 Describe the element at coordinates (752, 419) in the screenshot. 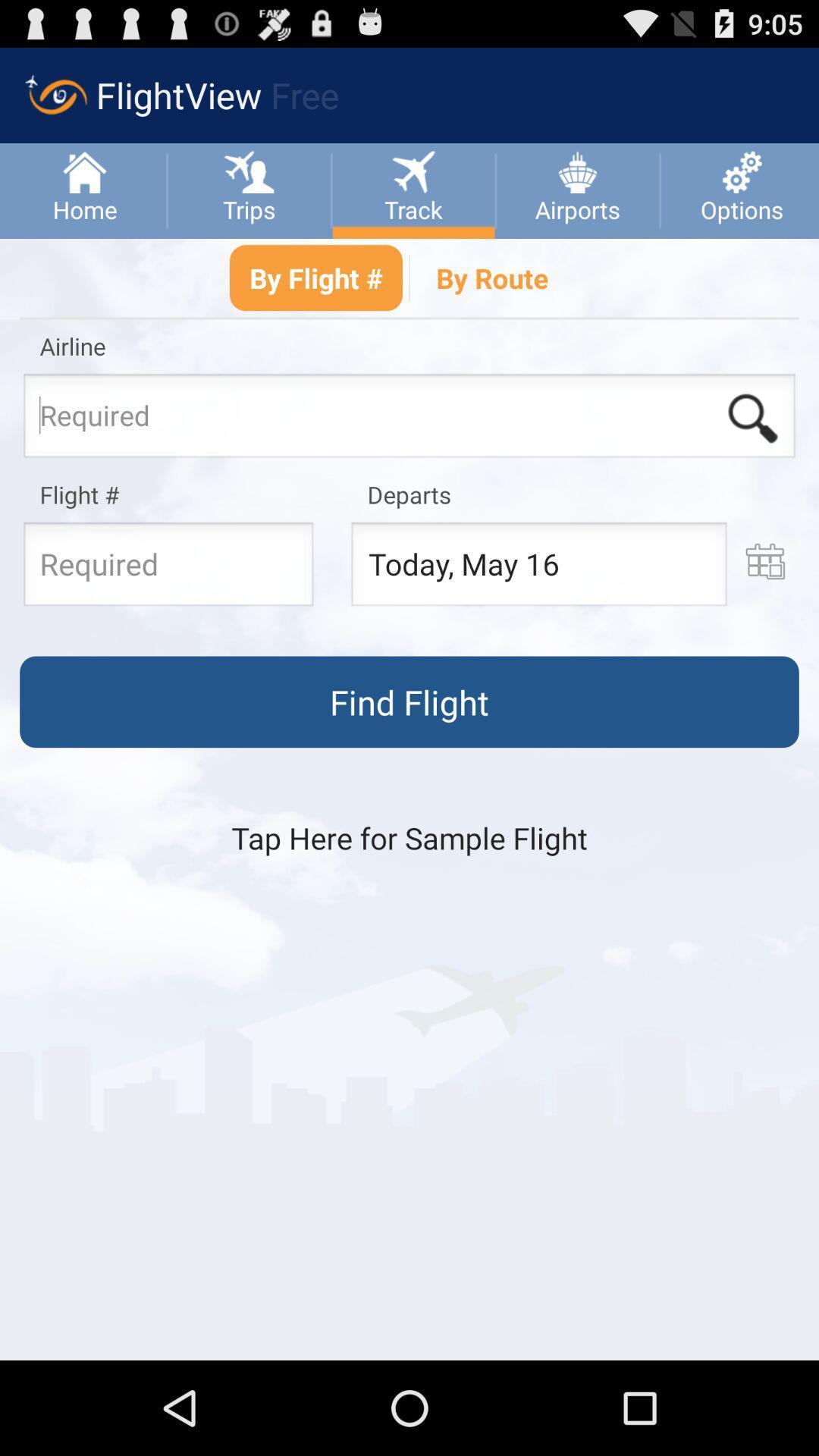

I see `search` at that location.